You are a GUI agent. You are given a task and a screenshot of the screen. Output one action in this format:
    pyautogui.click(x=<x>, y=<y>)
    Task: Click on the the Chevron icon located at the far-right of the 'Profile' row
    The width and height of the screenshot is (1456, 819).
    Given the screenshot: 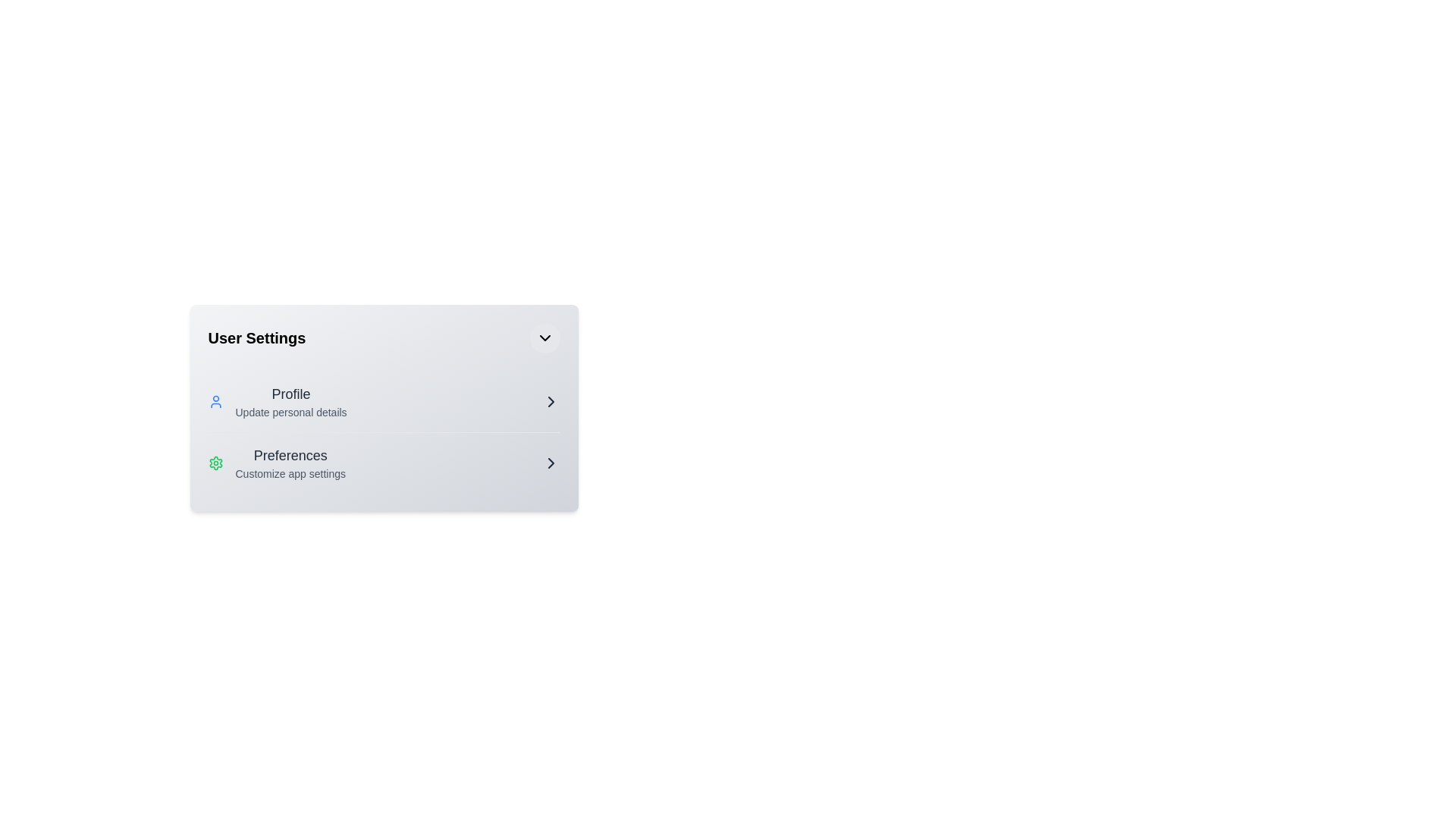 What is the action you would take?
    pyautogui.click(x=550, y=400)
    